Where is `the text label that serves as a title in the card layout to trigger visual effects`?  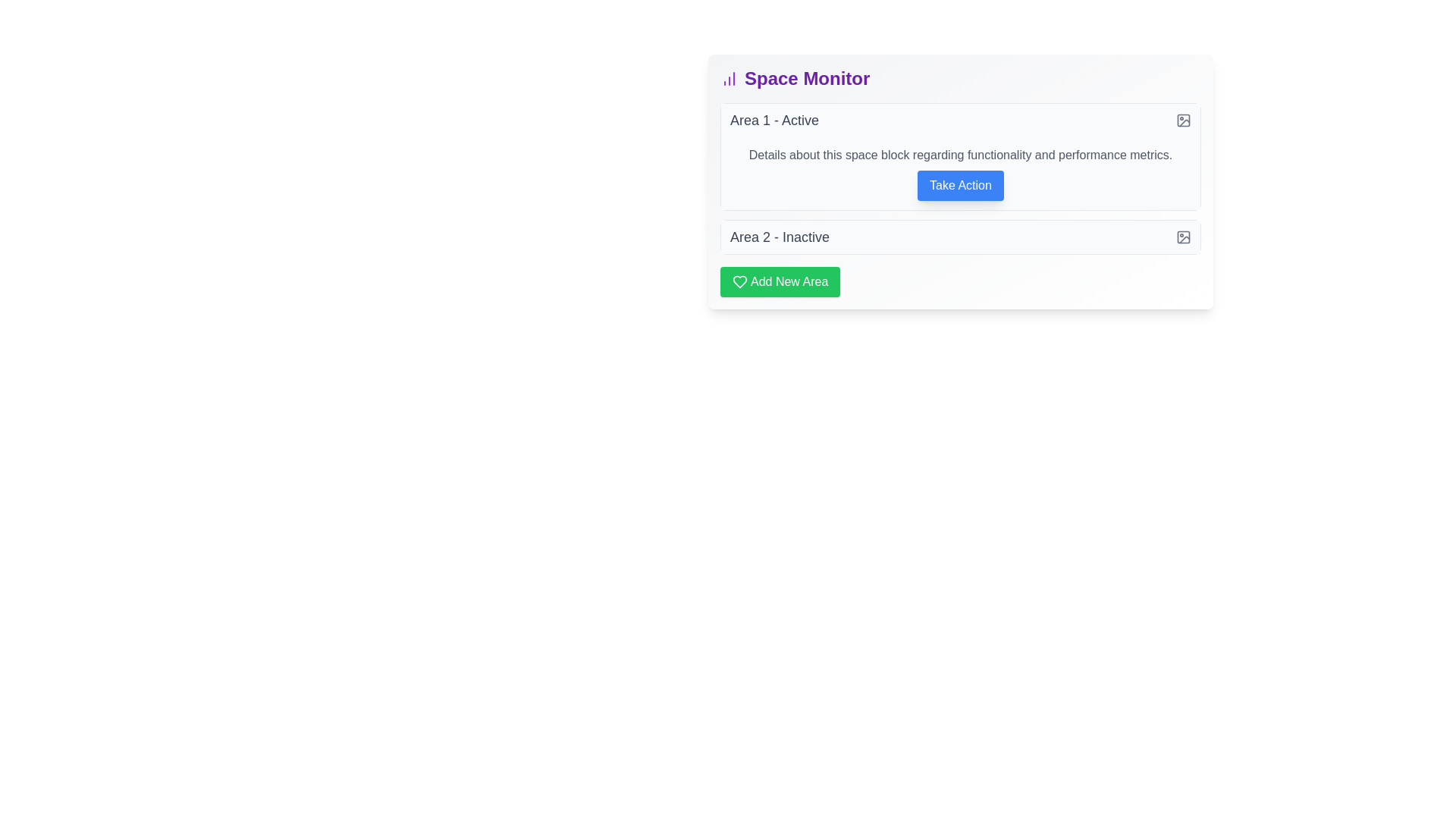 the text label that serves as a title in the card layout to trigger visual effects is located at coordinates (806, 79).